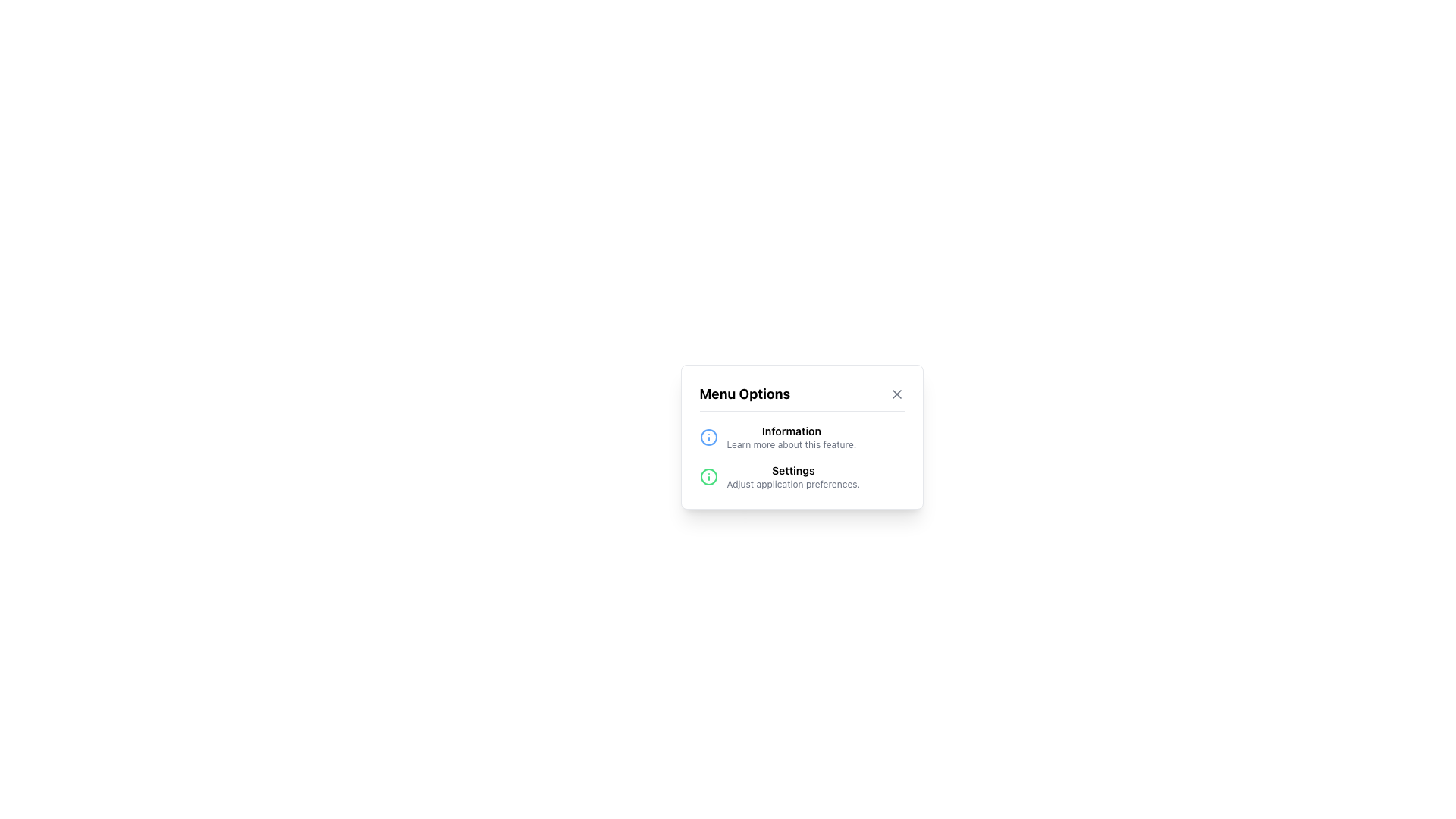  What do you see at coordinates (801, 437) in the screenshot?
I see `the Informational Text Block in the 'Menu Options' modal` at bounding box center [801, 437].